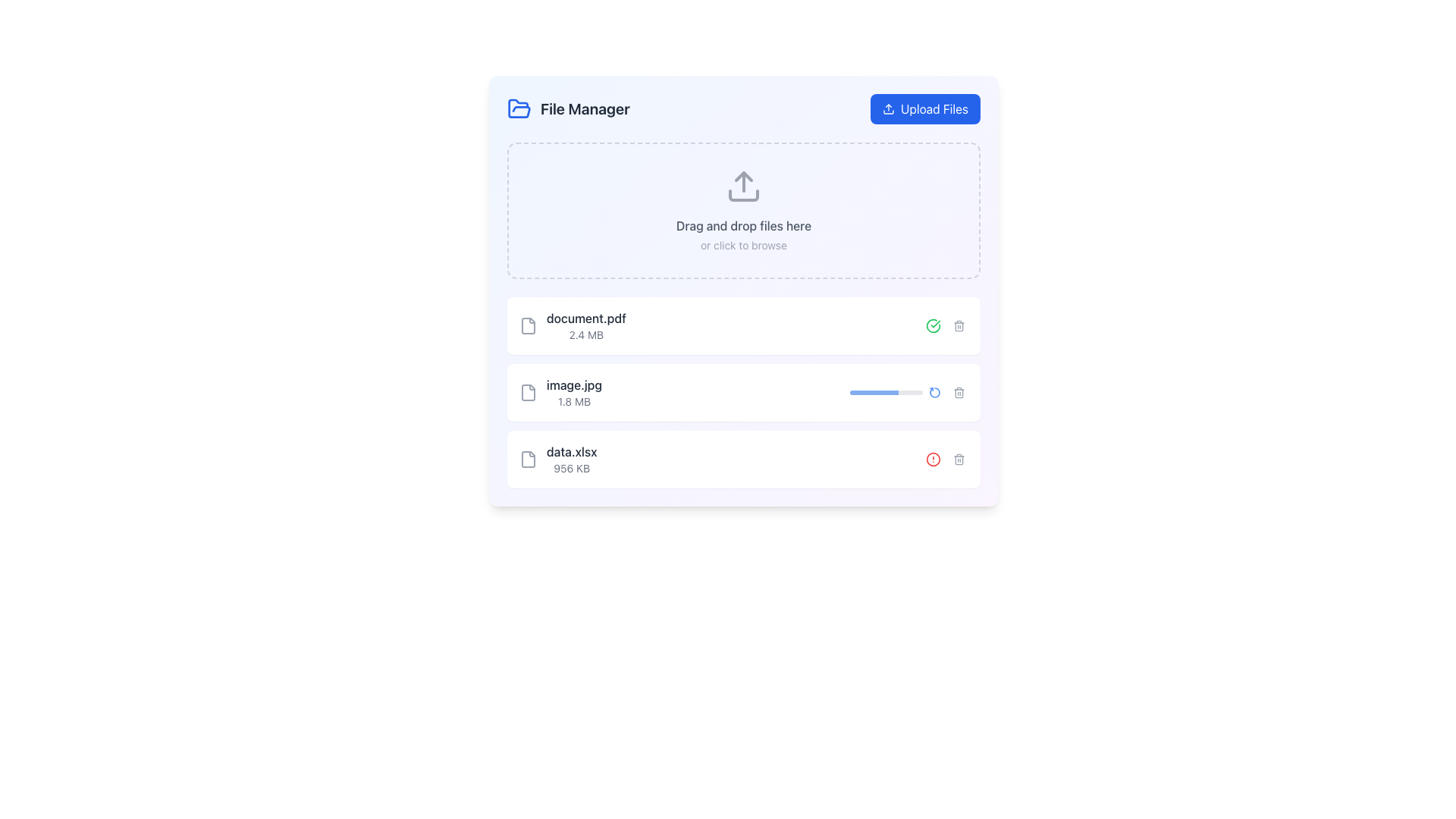  What do you see at coordinates (571, 458) in the screenshot?
I see `the text label displaying the file name 'data.xlsx' and size '956 KB', which is part of the third item in a vertically arranged list in the file management interface` at bounding box center [571, 458].